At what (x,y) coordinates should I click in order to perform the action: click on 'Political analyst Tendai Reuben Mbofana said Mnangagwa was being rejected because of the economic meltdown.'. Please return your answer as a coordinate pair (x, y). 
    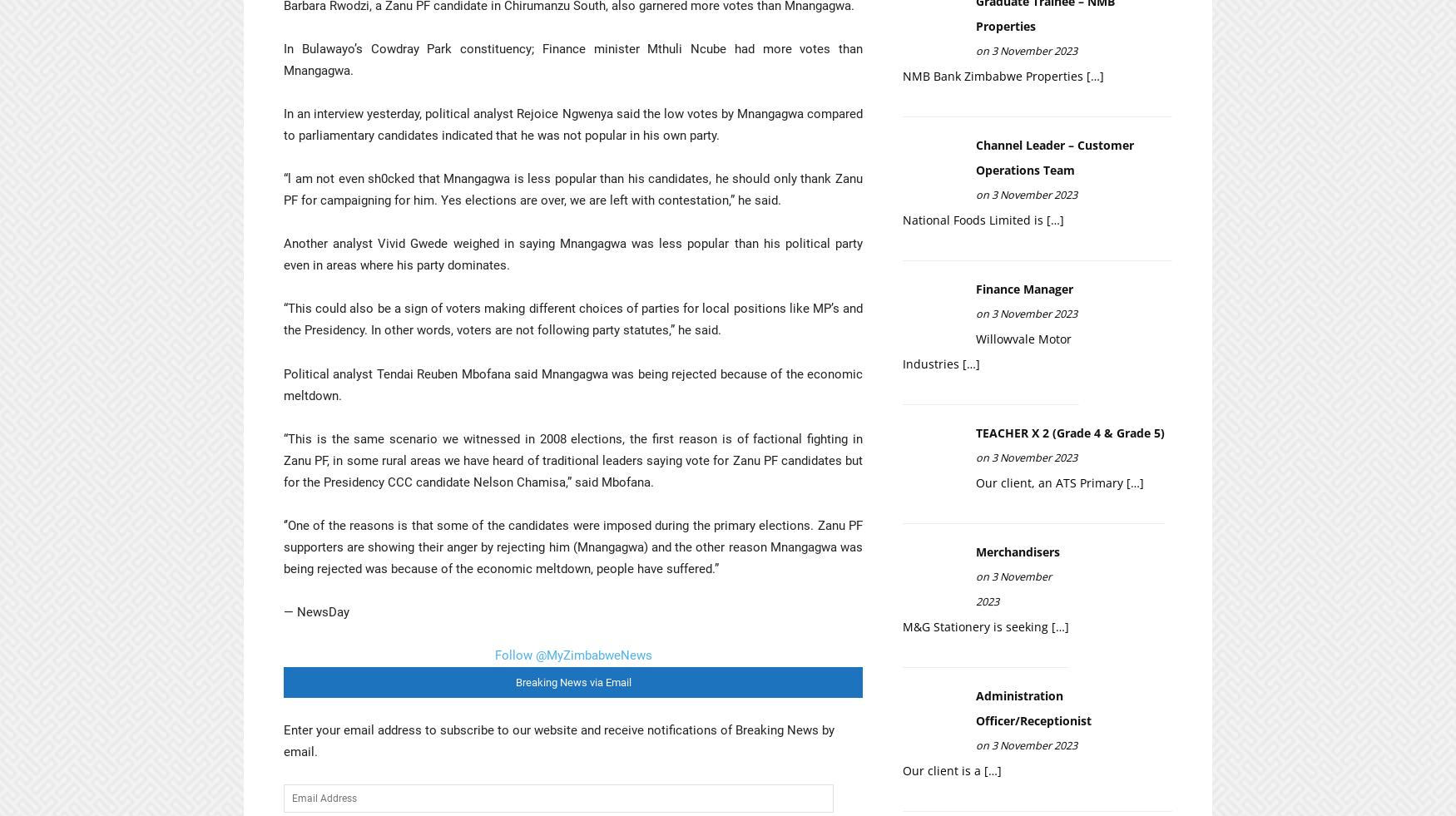
    Looking at the image, I should click on (572, 383).